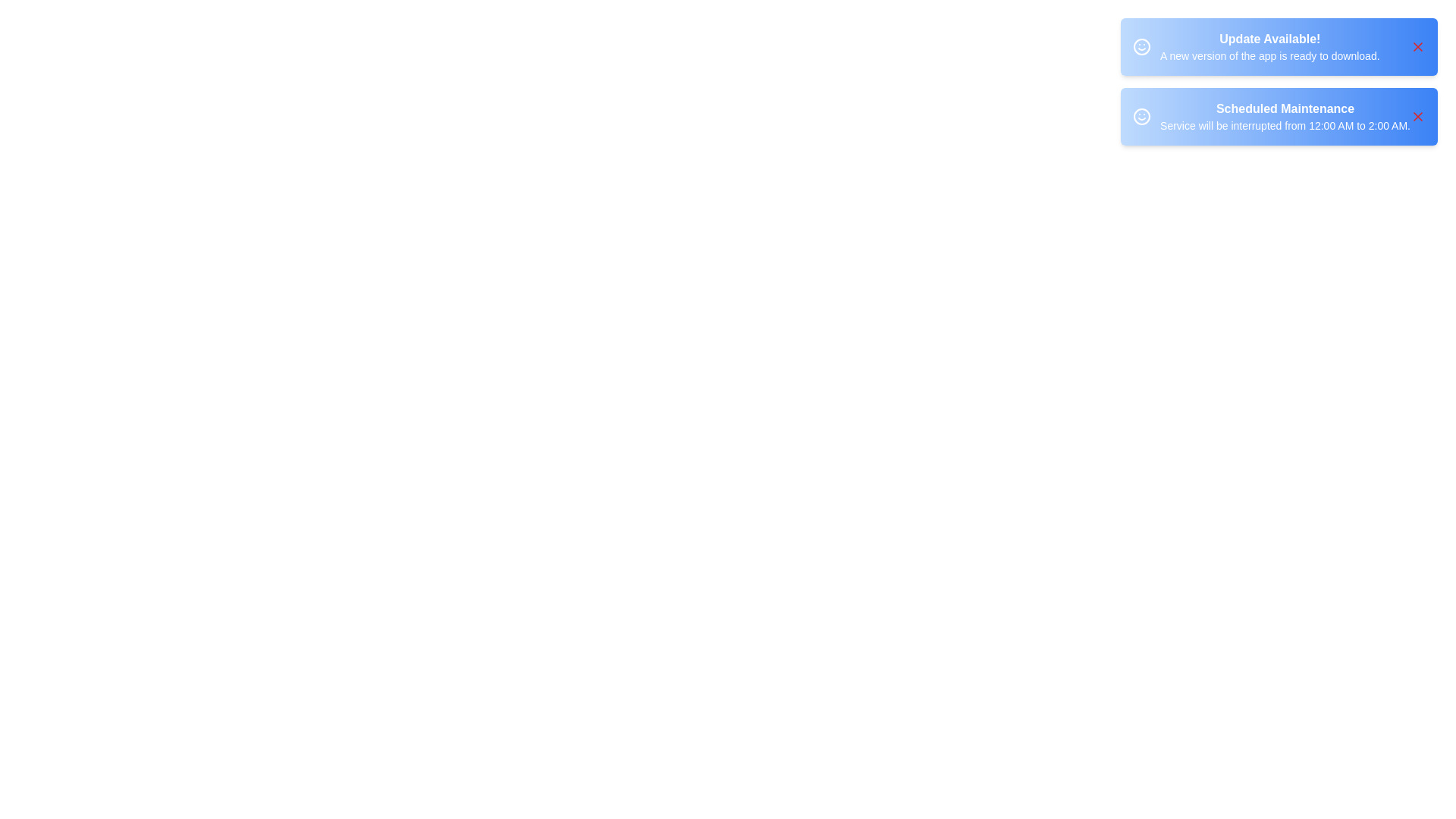  Describe the element at coordinates (1142, 45) in the screenshot. I see `the smile icon to interact with it` at that location.